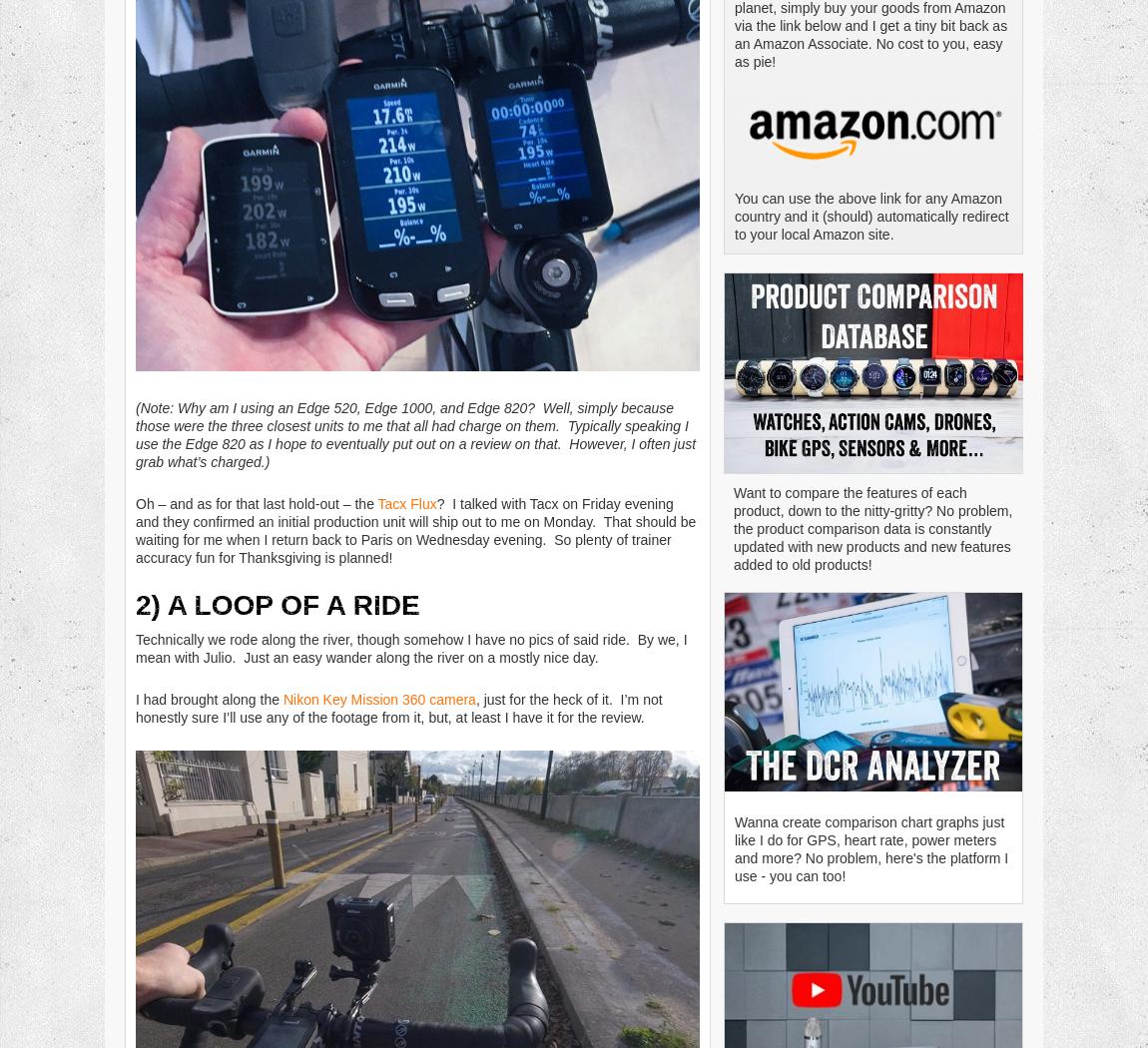 The width and height of the screenshot is (1148, 1048). Describe the element at coordinates (870, 216) in the screenshot. I see `'You can use the above link for any Amazon country and it (should) automatically redirect to your local Amazon site.'` at that location.